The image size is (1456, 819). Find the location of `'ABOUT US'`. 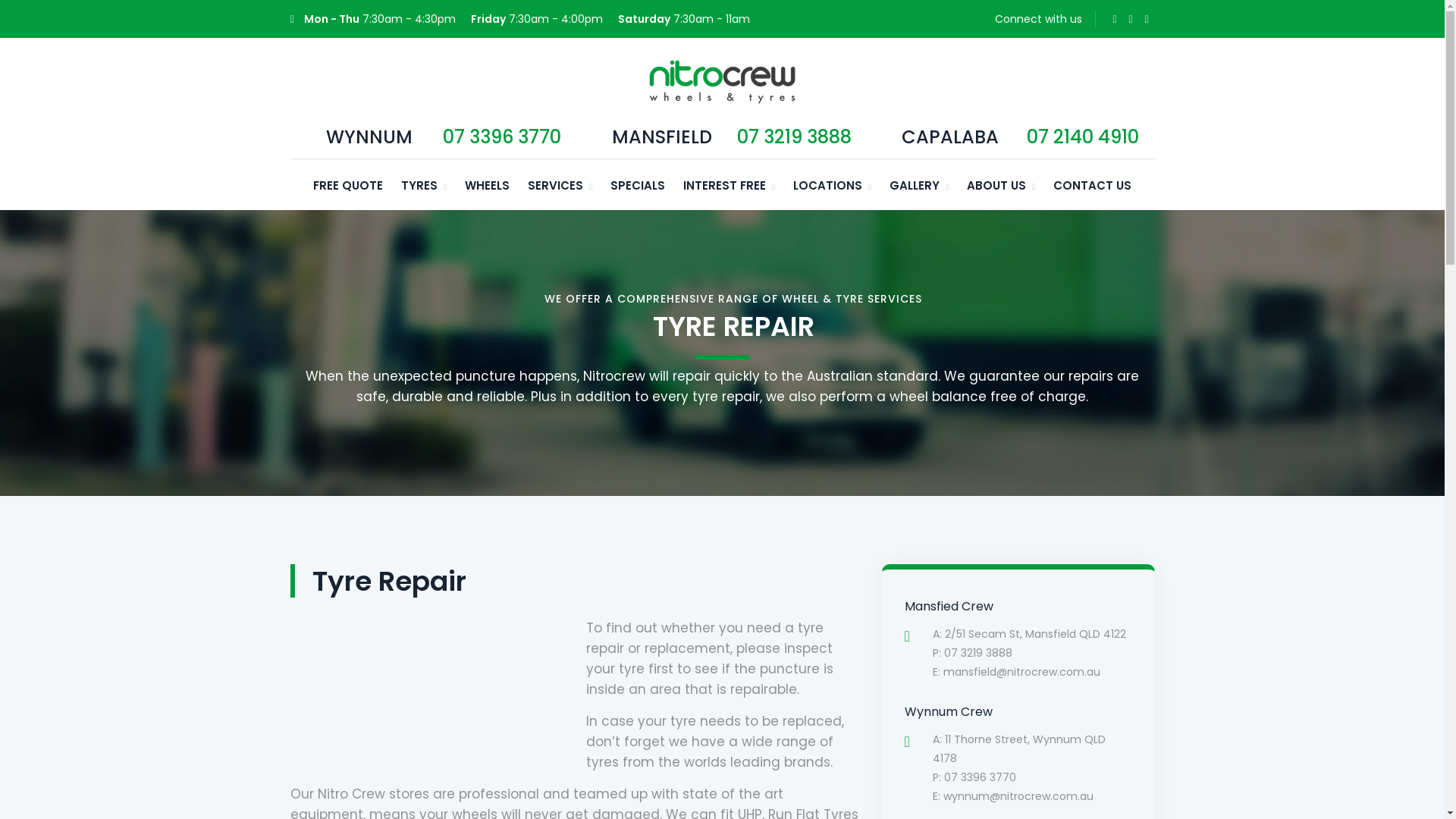

'ABOUT US' is located at coordinates (1001, 184).